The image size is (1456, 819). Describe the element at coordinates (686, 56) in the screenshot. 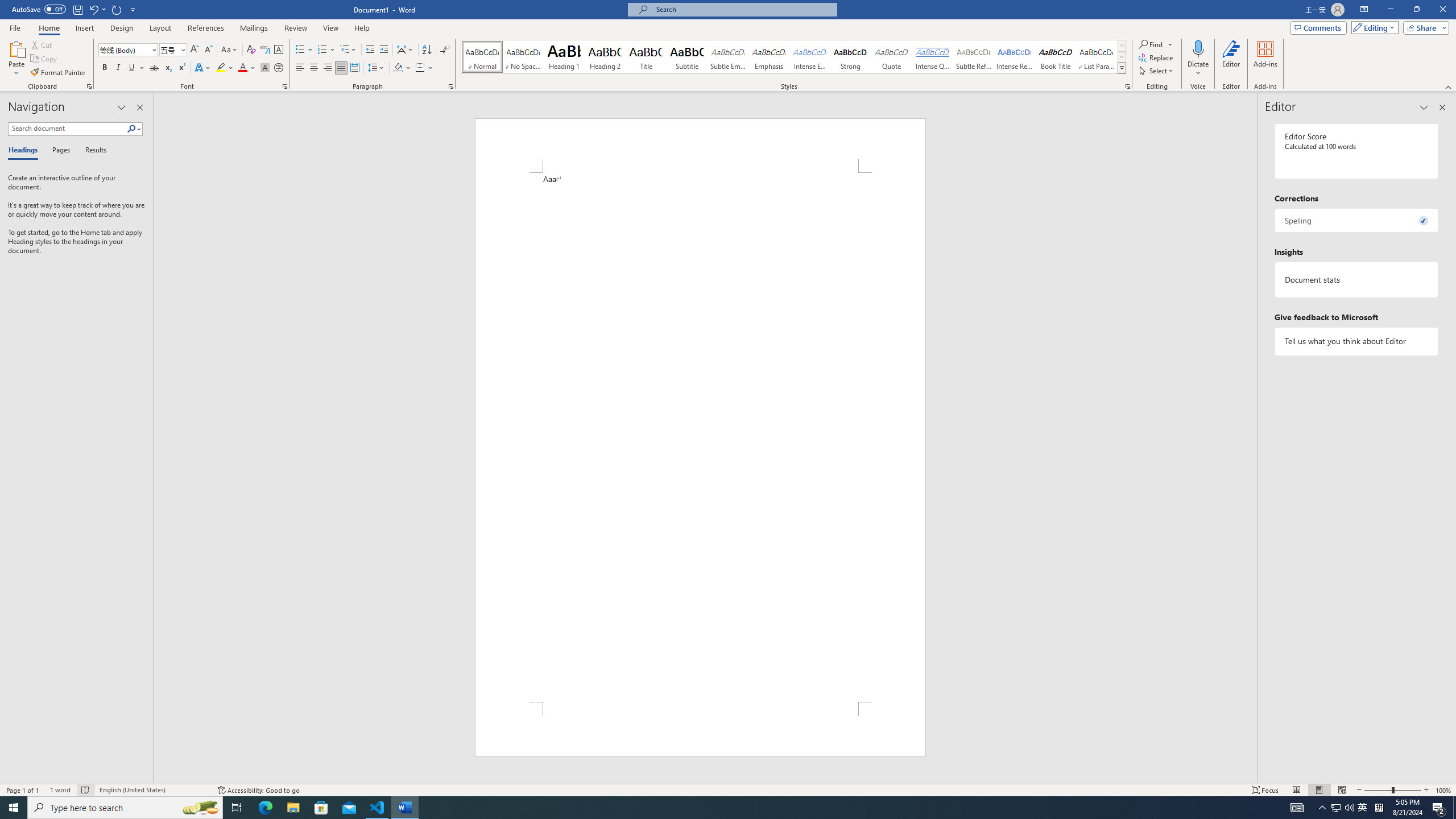

I see `'Subtitle'` at that location.